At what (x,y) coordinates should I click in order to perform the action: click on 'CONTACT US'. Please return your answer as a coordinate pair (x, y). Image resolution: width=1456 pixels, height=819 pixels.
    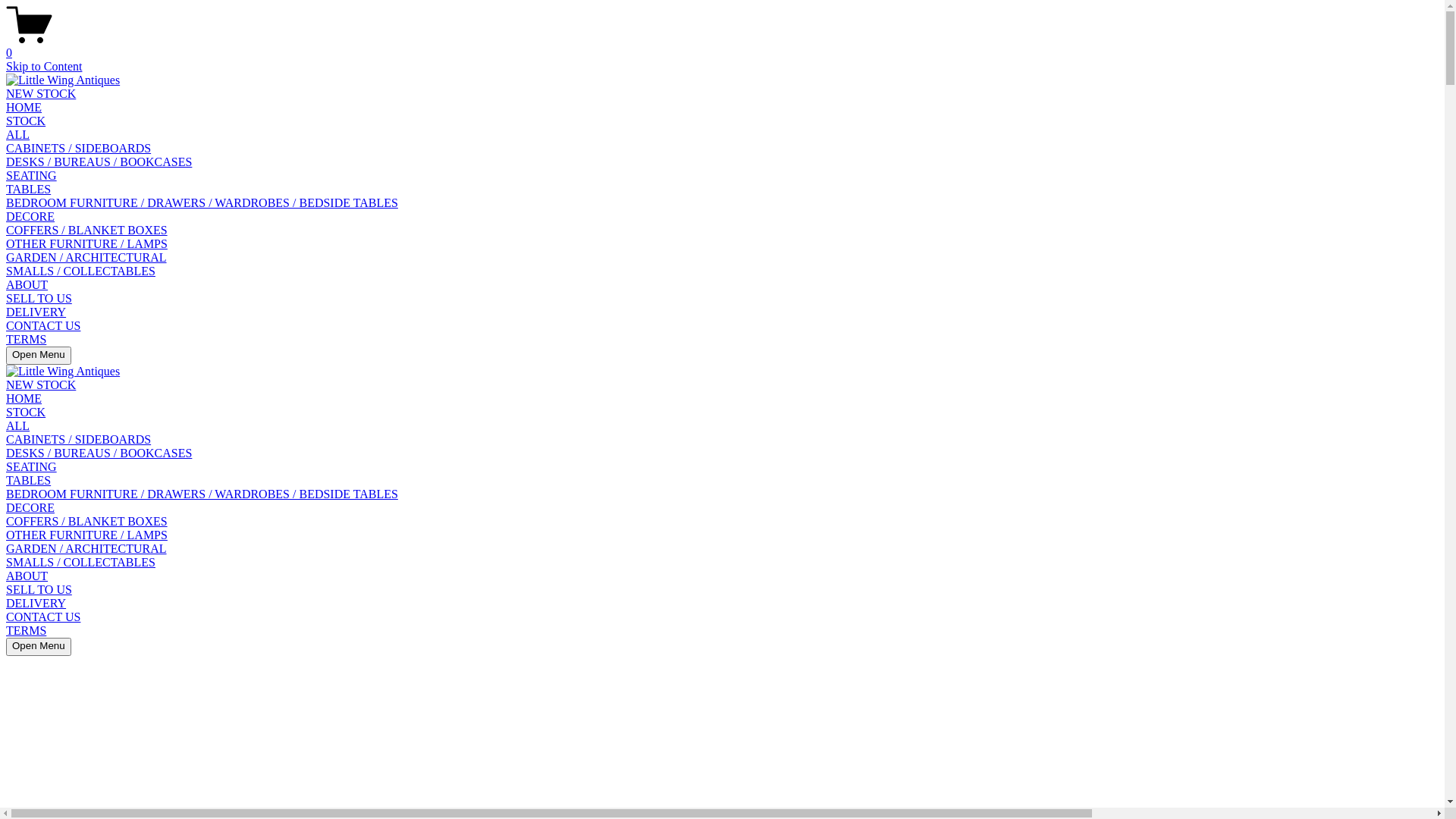
    Looking at the image, I should click on (43, 325).